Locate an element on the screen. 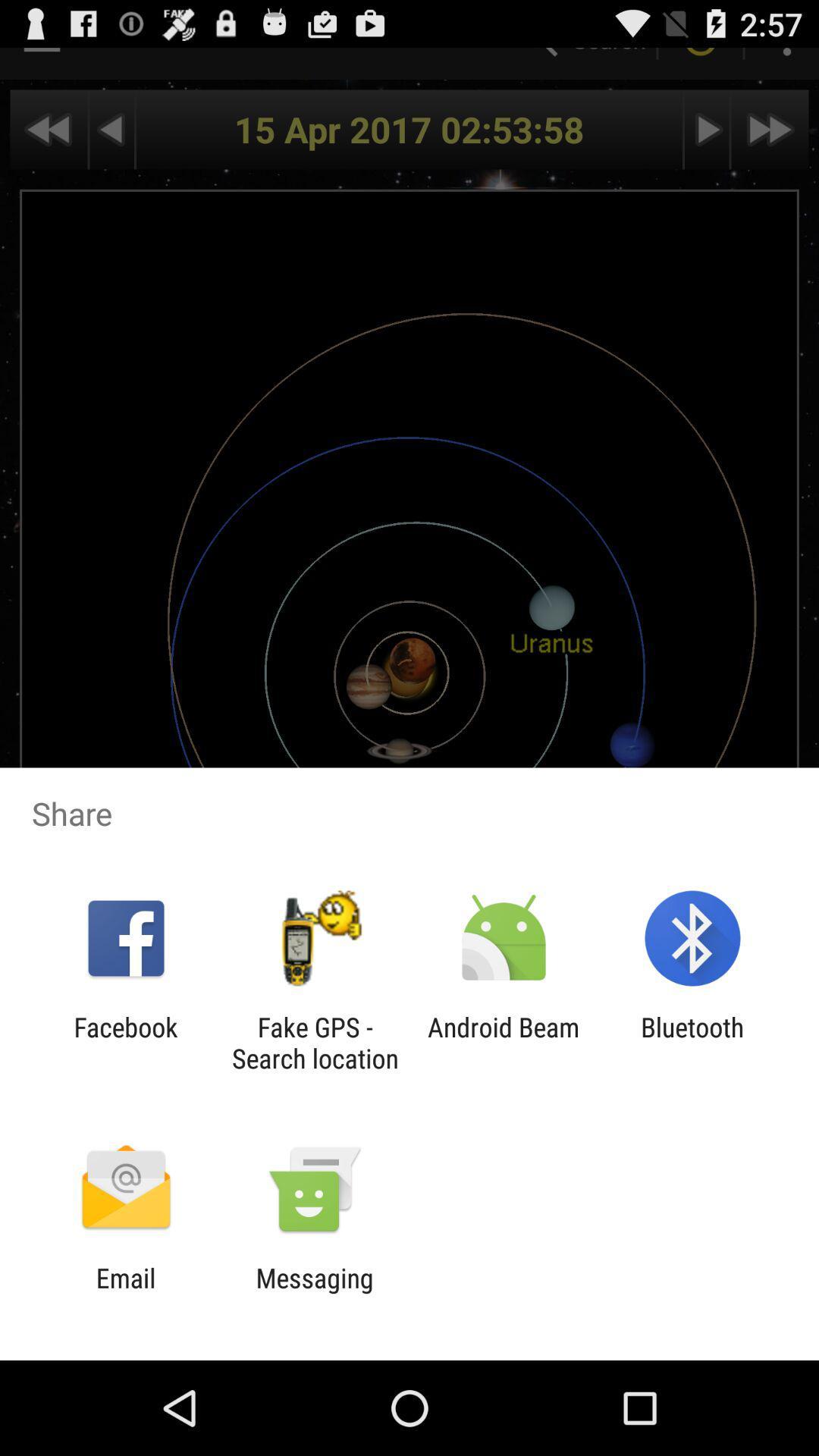  the icon next to the fake gps search is located at coordinates (504, 1042).